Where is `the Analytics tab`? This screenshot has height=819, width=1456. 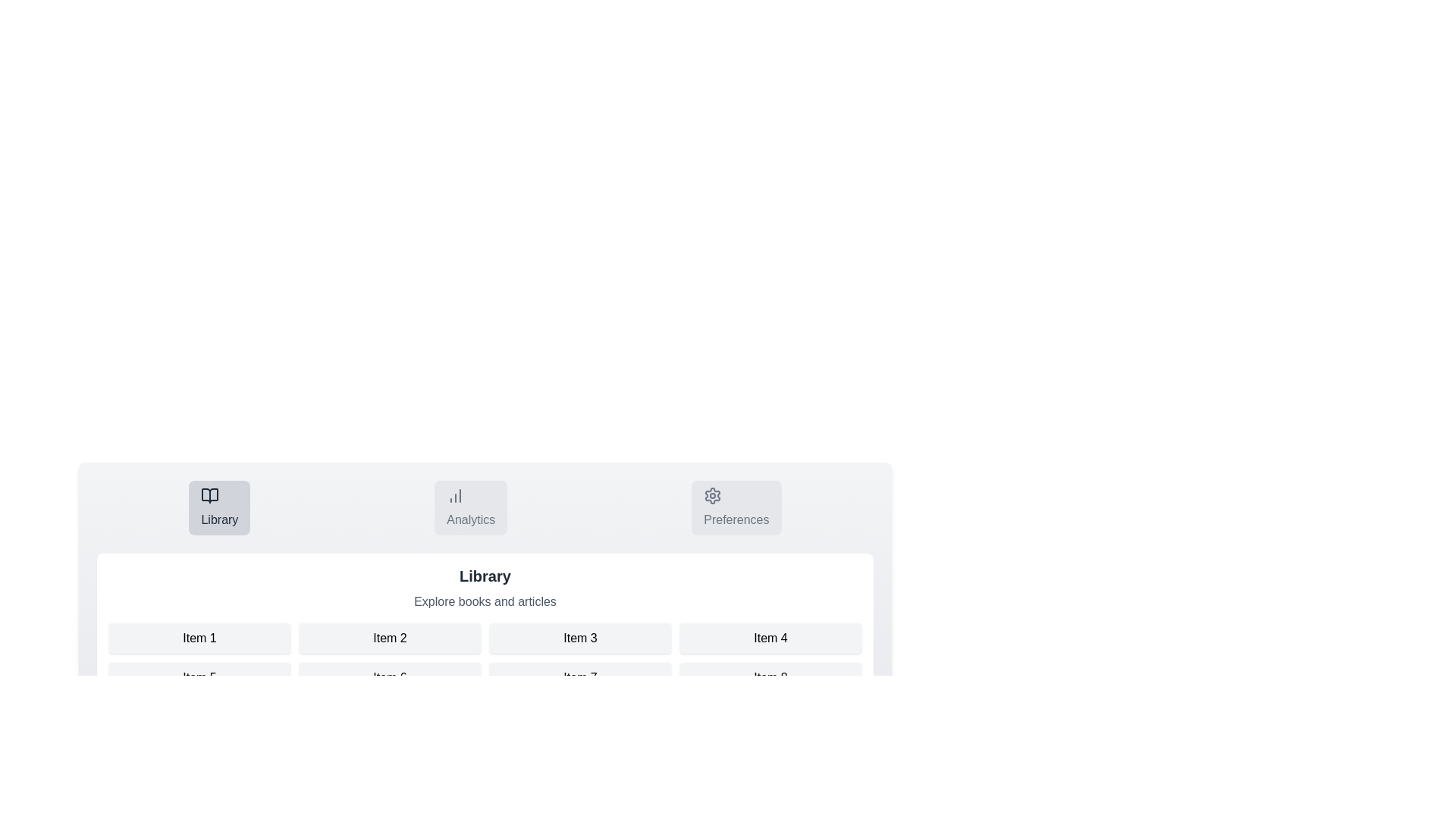 the Analytics tab is located at coordinates (470, 508).